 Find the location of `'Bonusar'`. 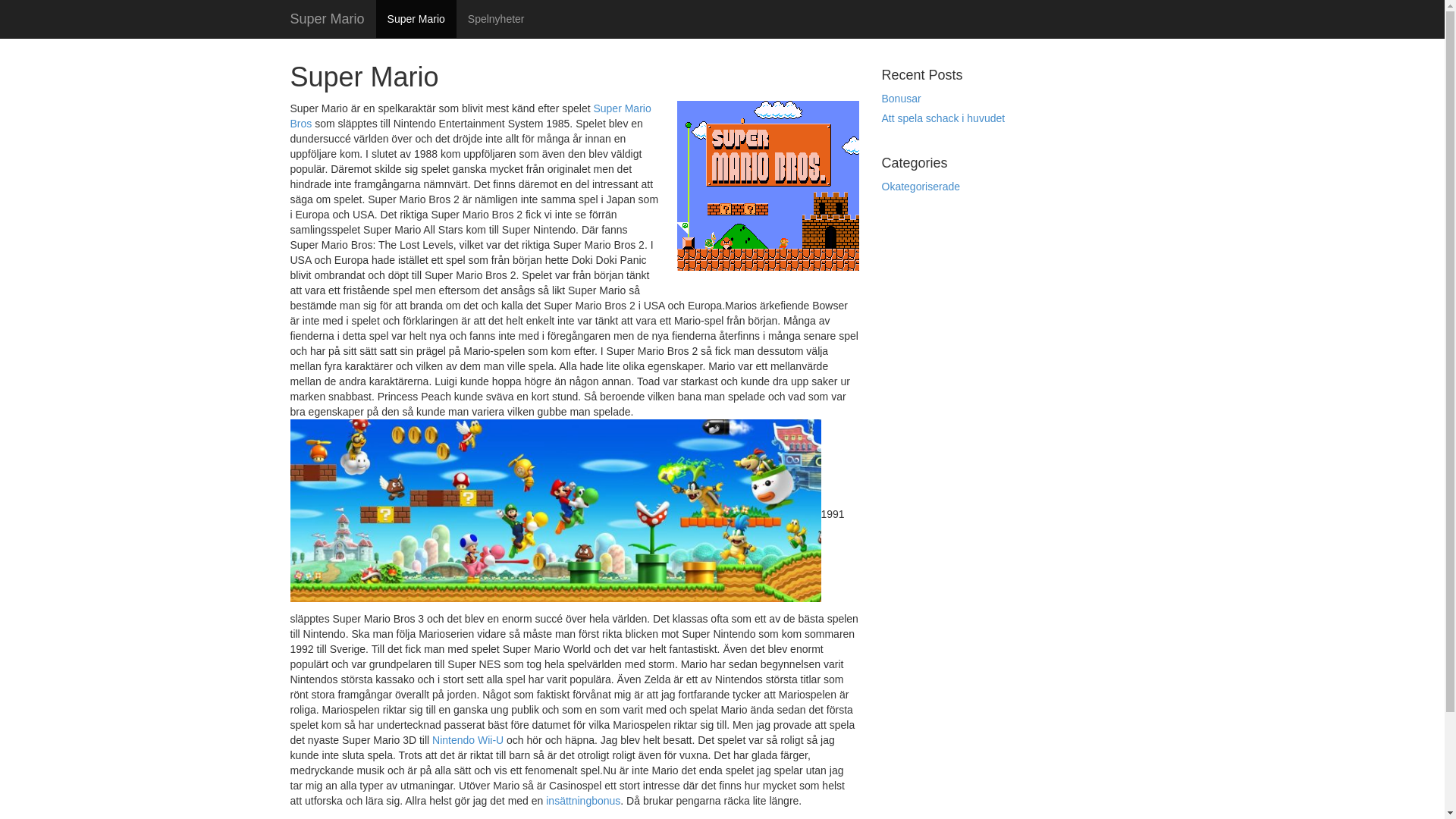

'Bonusar' is located at coordinates (901, 99).